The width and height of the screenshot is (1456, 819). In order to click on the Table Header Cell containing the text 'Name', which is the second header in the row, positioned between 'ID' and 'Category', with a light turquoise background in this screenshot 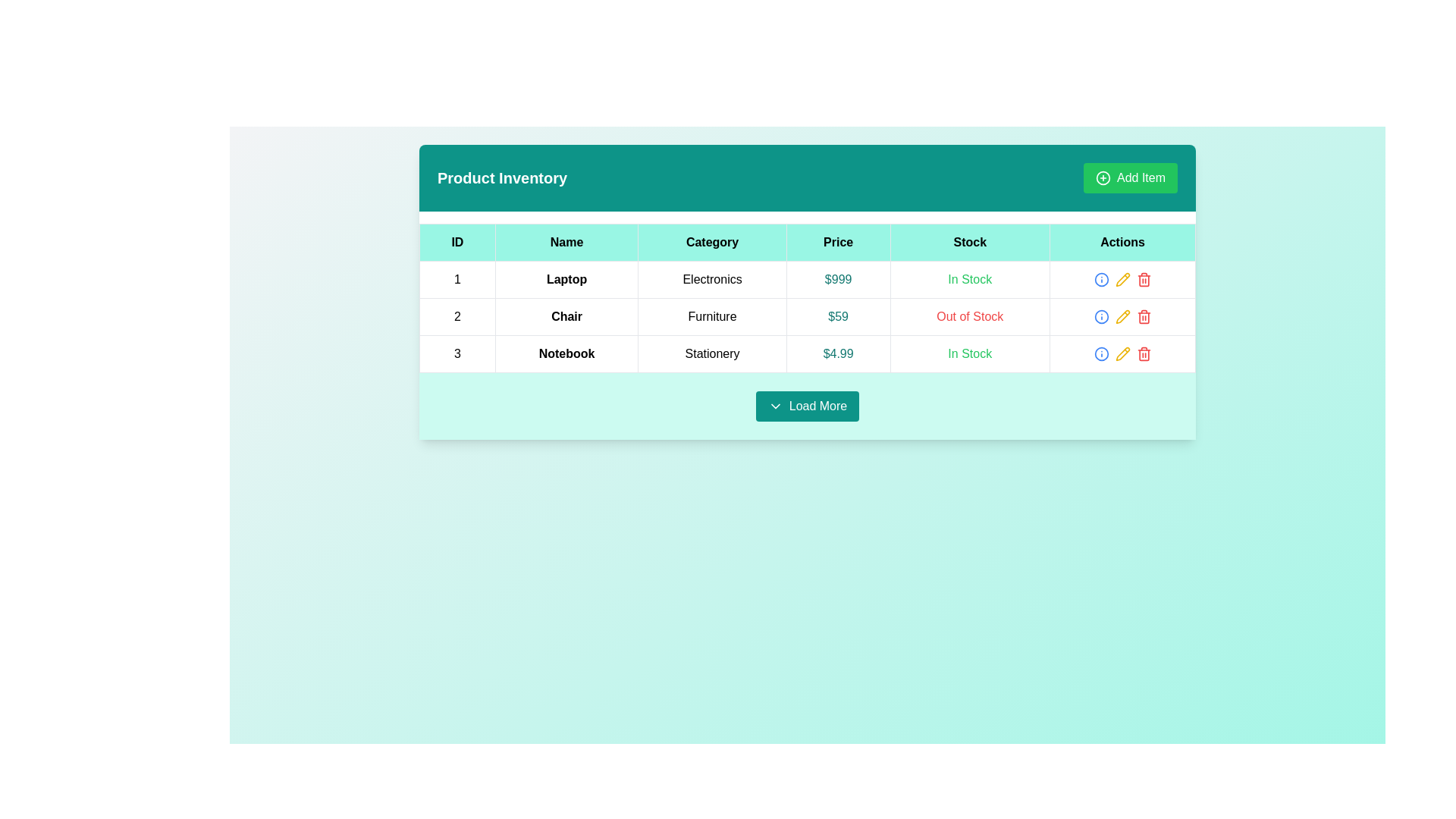, I will do `click(566, 242)`.